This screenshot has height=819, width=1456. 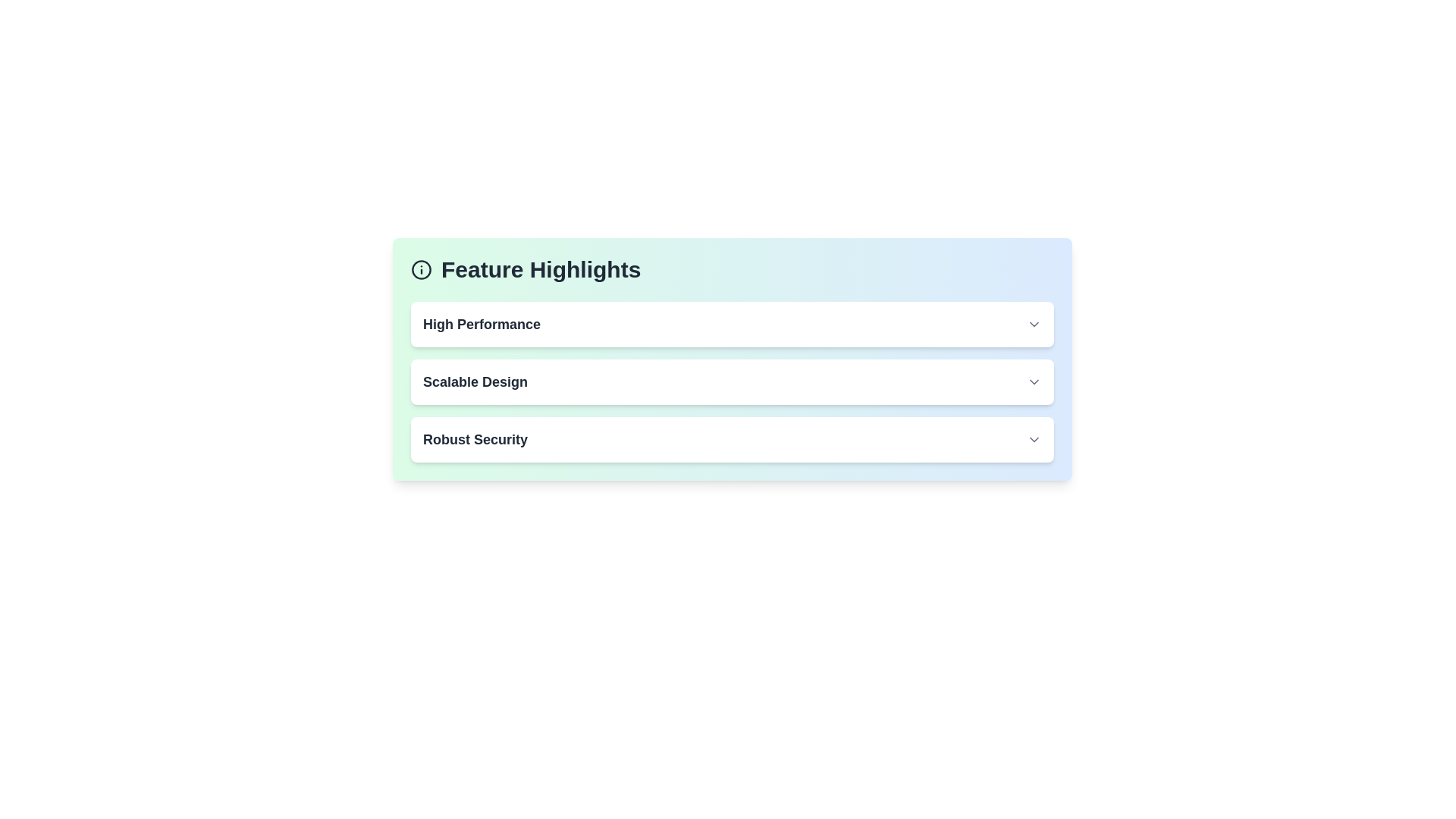 I want to click on the outlined circular icon with an 'i' symbol, which is located to the left of the 'Feature Highlights' text, as a visual cue, so click(x=422, y=268).